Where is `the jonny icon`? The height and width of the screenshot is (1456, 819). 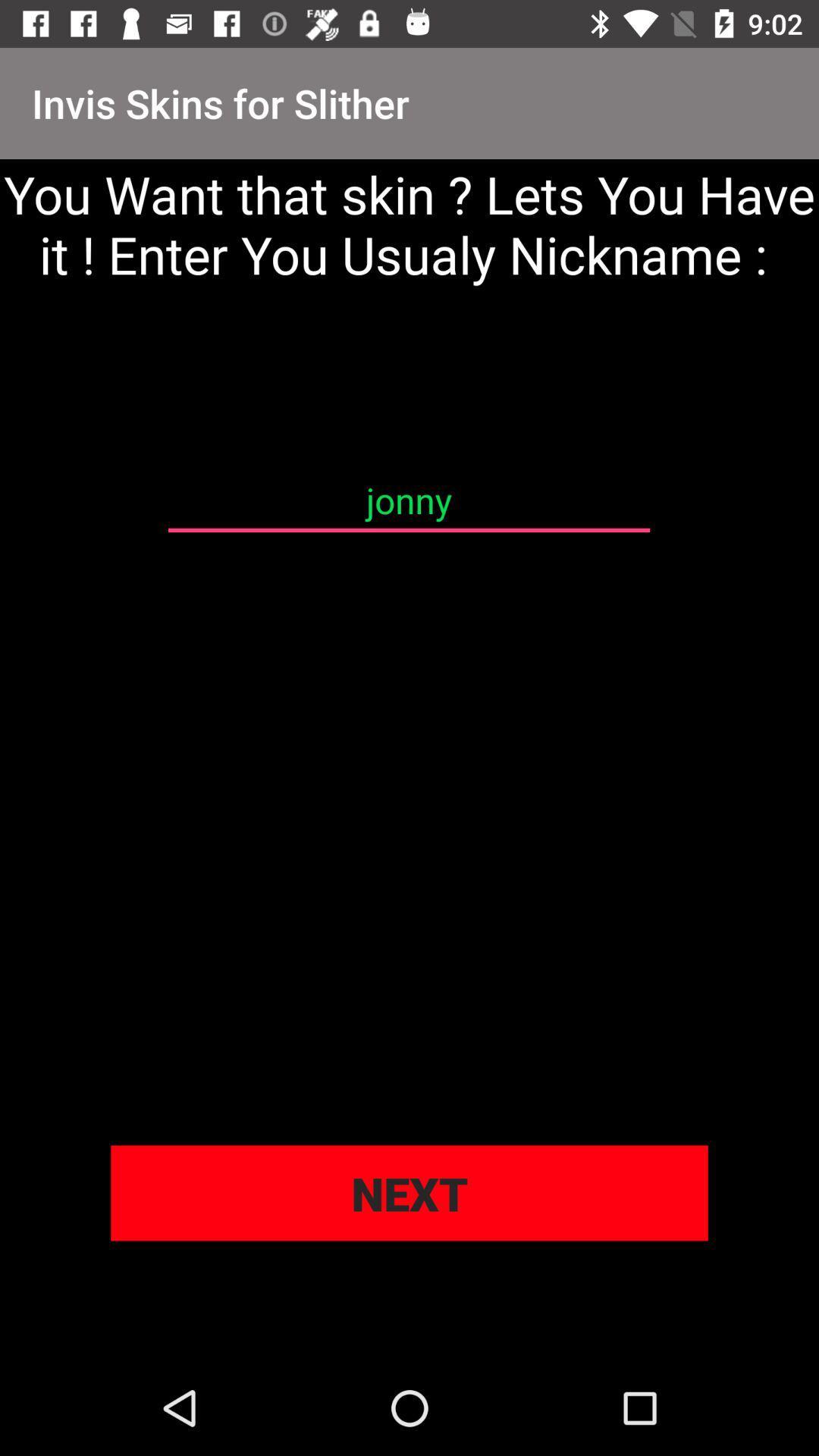
the jonny icon is located at coordinates (408, 500).